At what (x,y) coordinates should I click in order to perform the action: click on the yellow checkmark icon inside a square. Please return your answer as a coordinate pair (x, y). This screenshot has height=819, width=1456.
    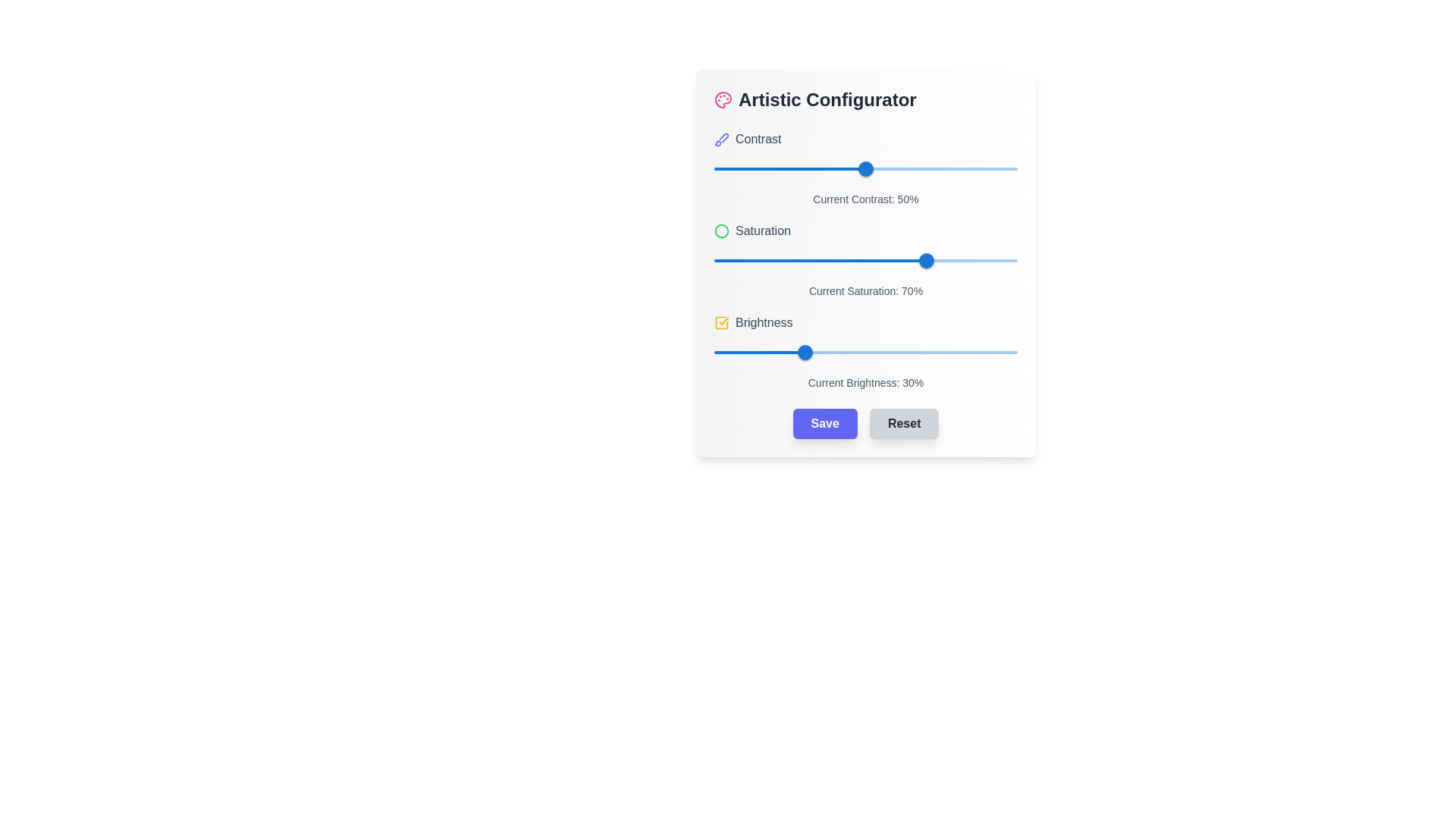
    Looking at the image, I should click on (720, 322).